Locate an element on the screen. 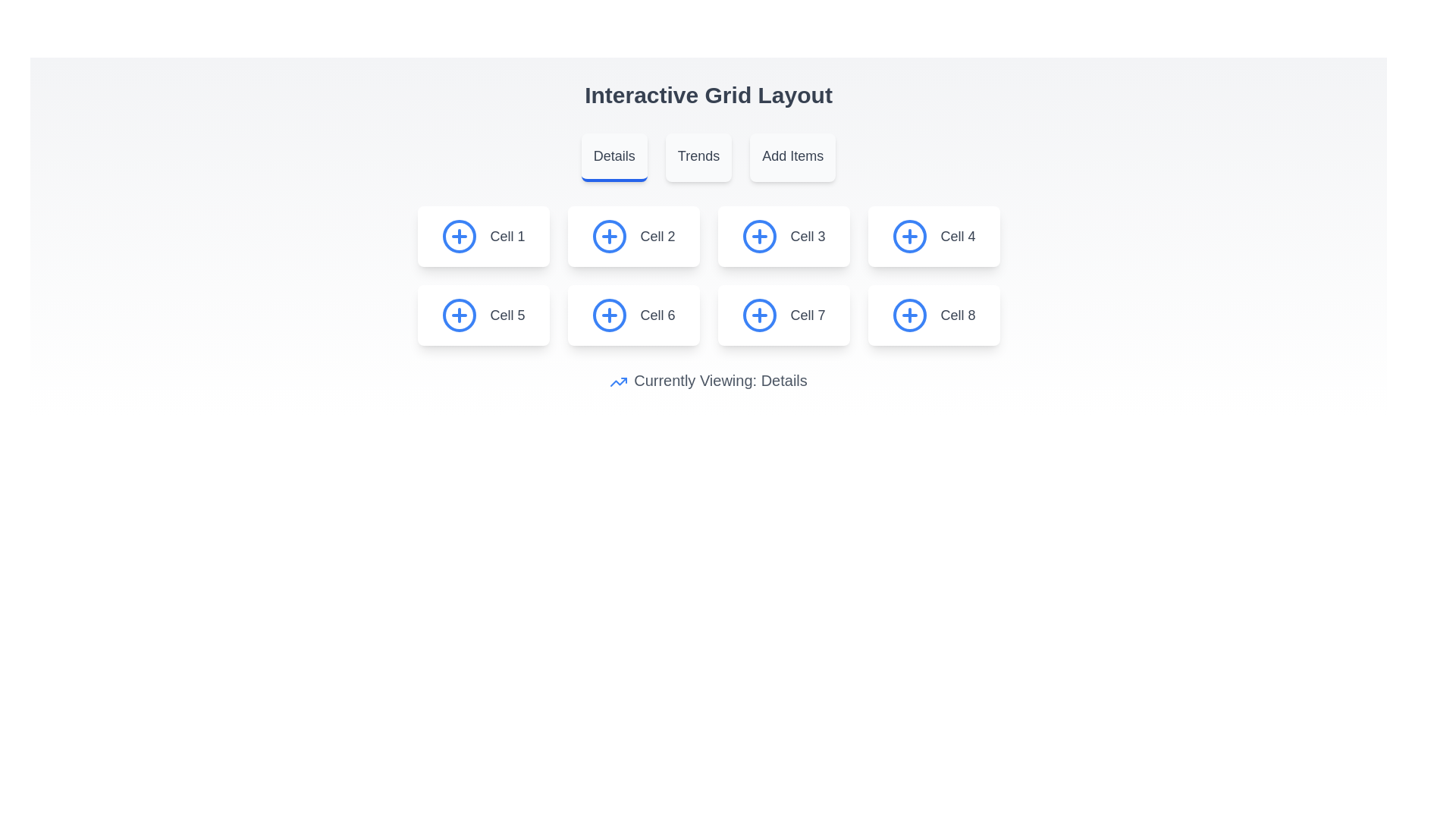 The height and width of the screenshot is (819, 1456). the blue plus sign button encased in a transparent circle located in 'Cell 6' of the grid layout is located at coordinates (610, 315).